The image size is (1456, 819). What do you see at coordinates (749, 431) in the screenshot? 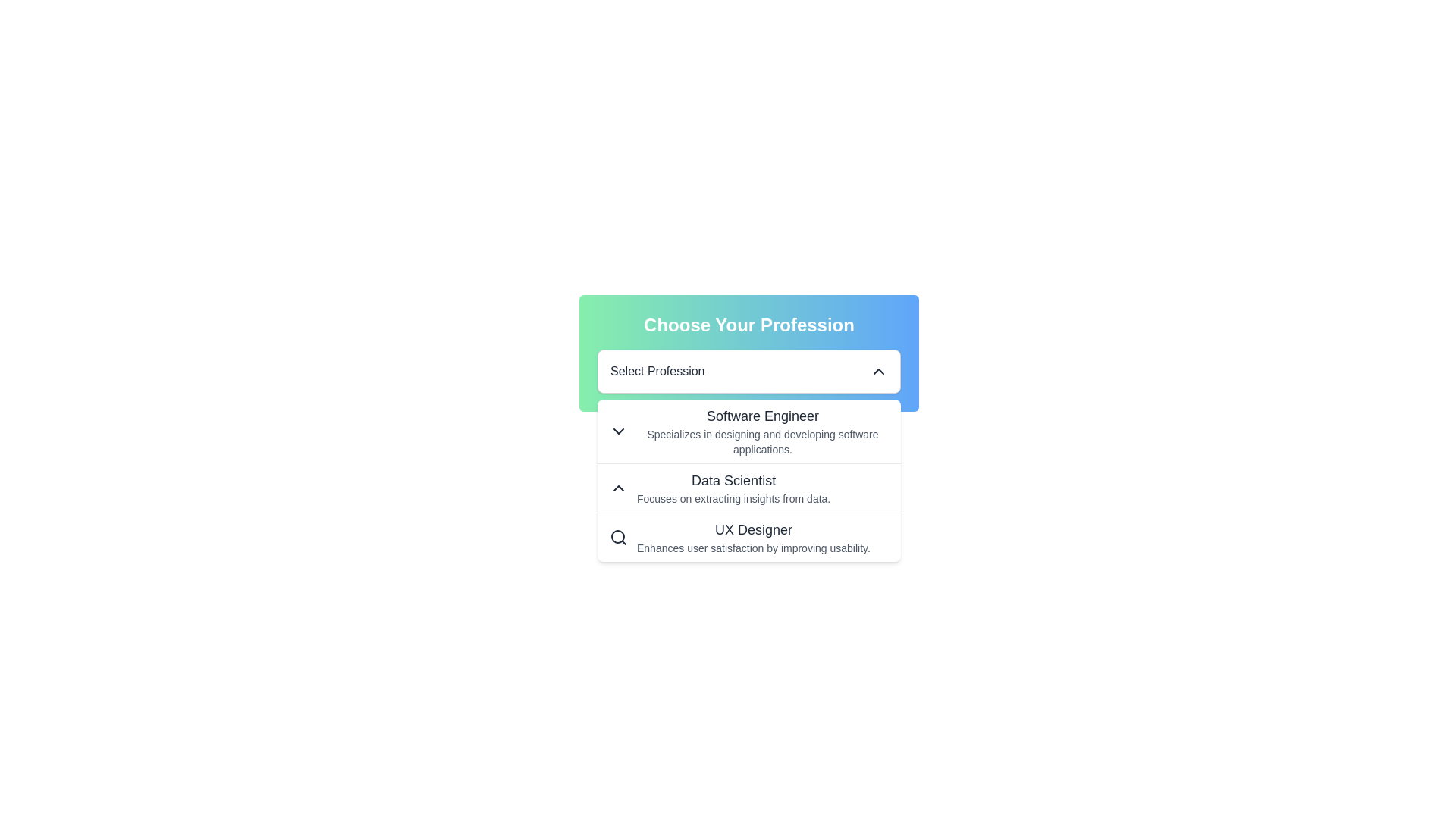
I see `the 'Software Engineer' dropdown menu item, which includes a downward-pointing triangular icon and descriptive text` at bounding box center [749, 431].